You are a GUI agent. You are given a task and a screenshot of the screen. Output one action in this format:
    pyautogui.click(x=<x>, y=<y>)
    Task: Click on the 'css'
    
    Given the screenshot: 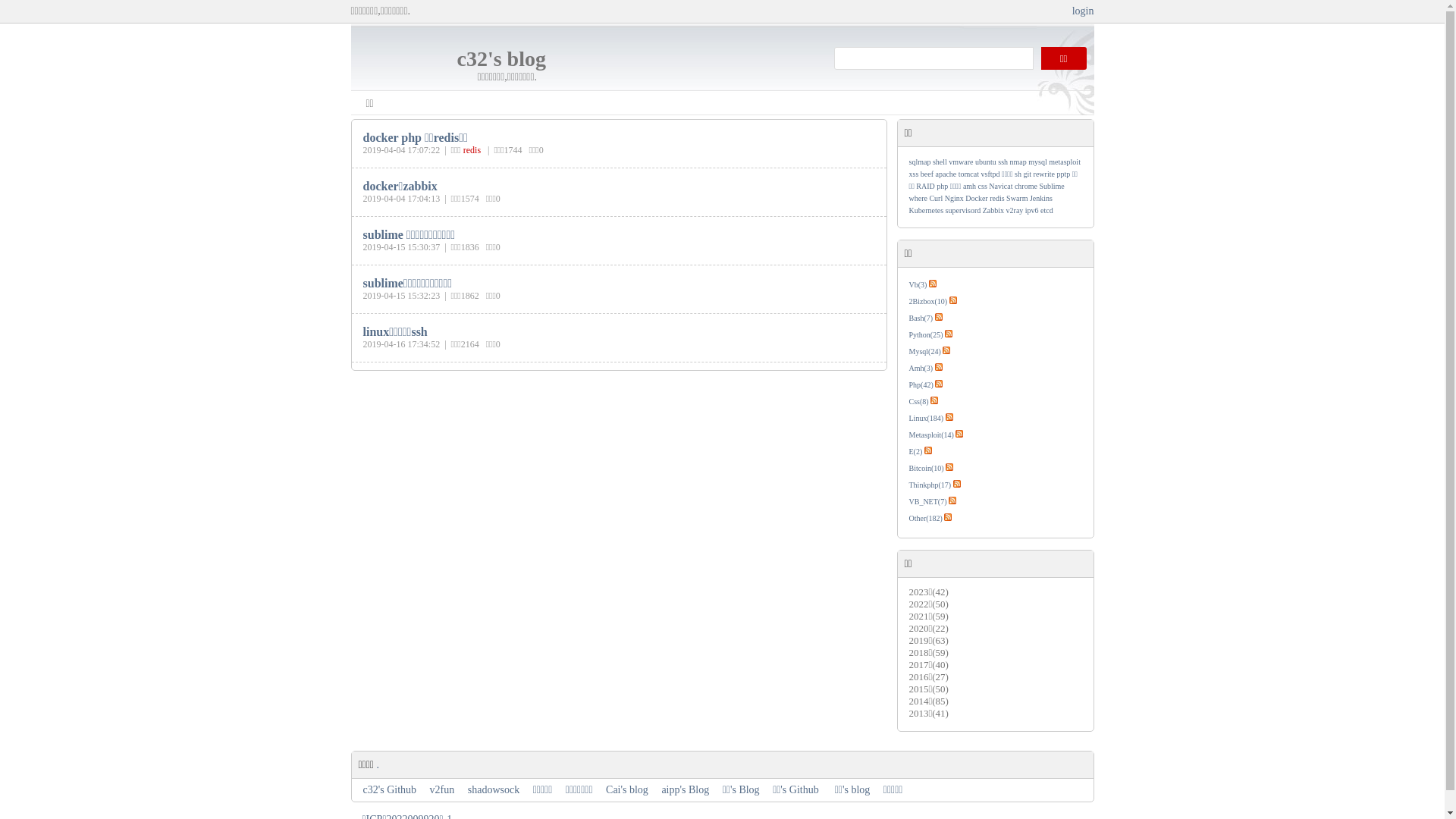 What is the action you would take?
    pyautogui.click(x=983, y=185)
    